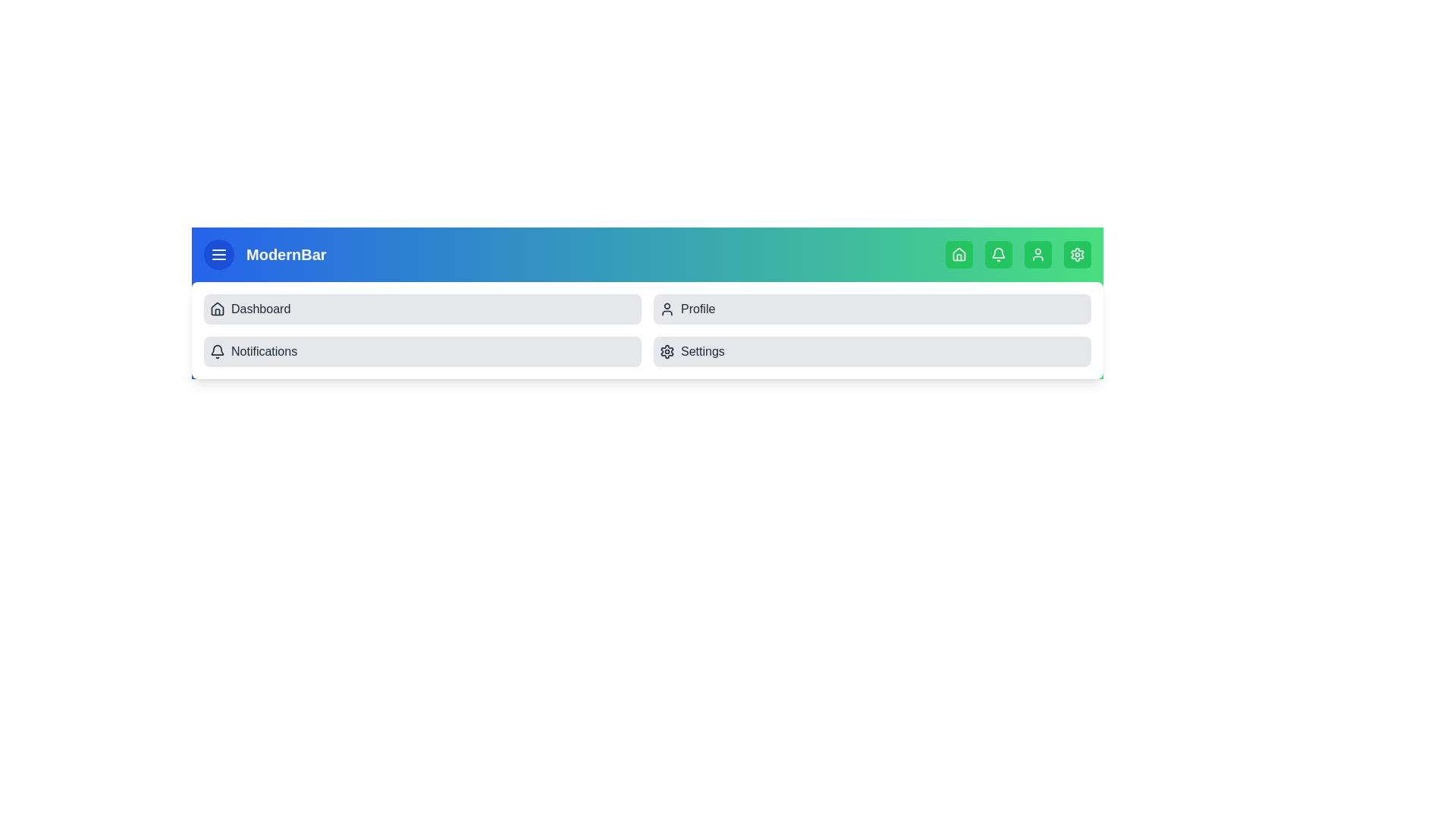 The height and width of the screenshot is (819, 1456). Describe the element at coordinates (422, 309) in the screenshot. I see `the menu item labeled Dashboard from the collapsible menu` at that location.